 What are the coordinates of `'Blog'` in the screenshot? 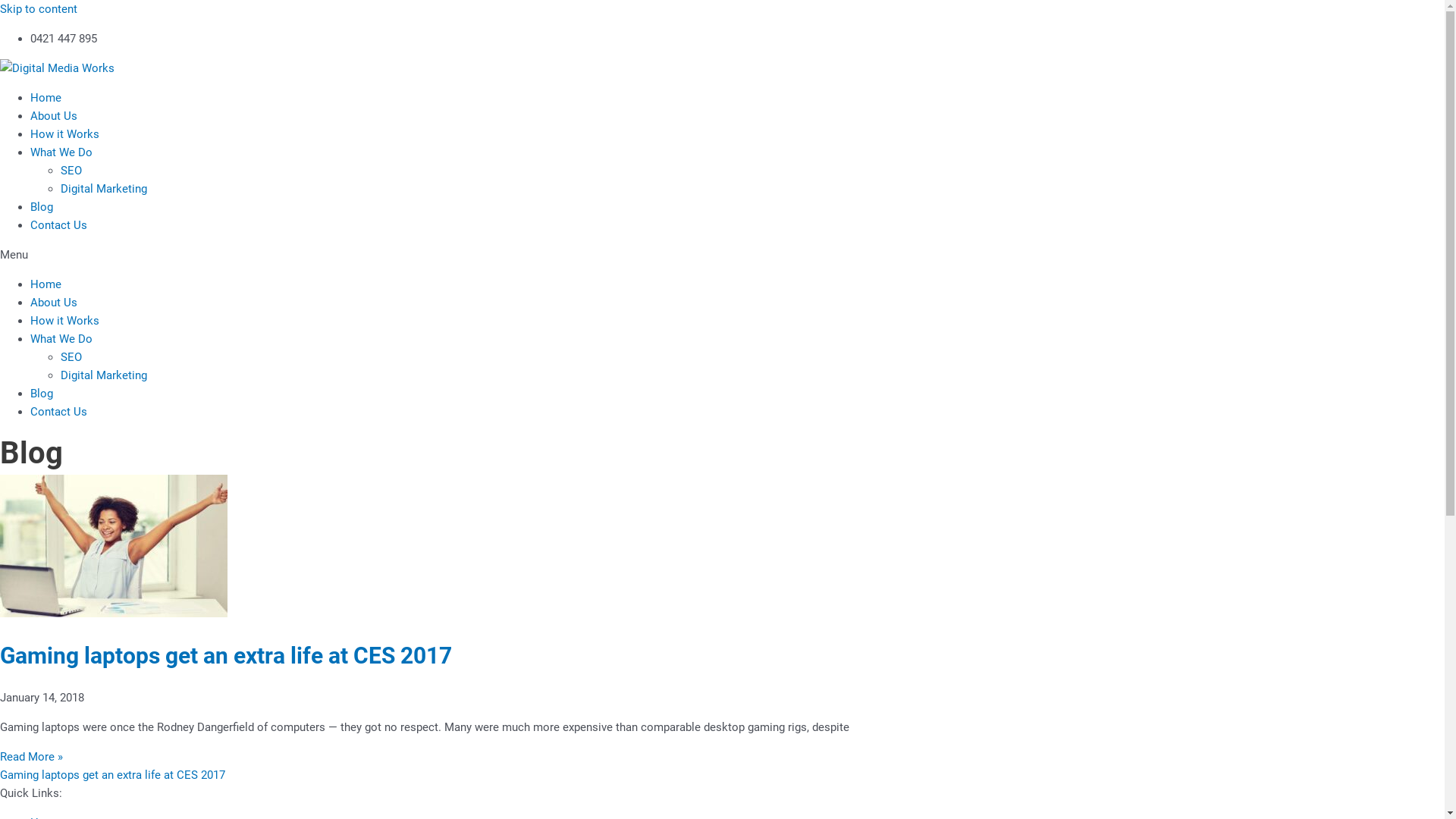 It's located at (41, 393).